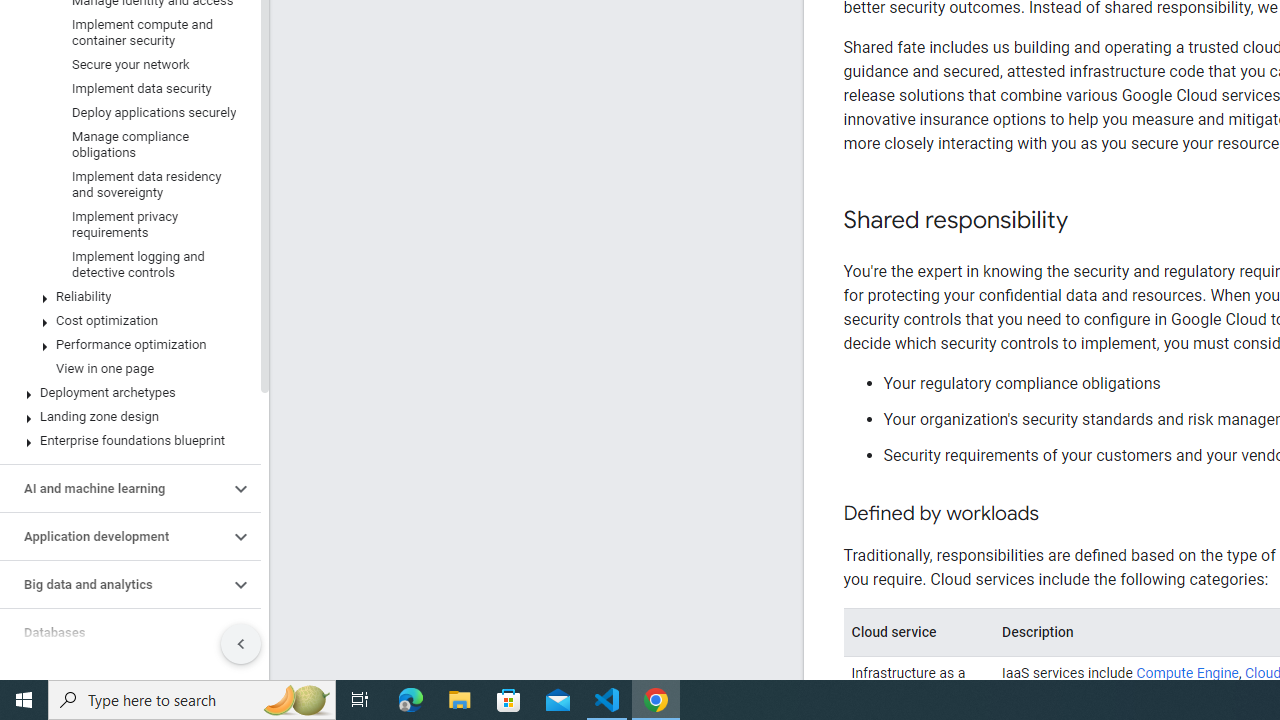  Describe the element at coordinates (125, 368) in the screenshot. I see `'View in one page'` at that location.